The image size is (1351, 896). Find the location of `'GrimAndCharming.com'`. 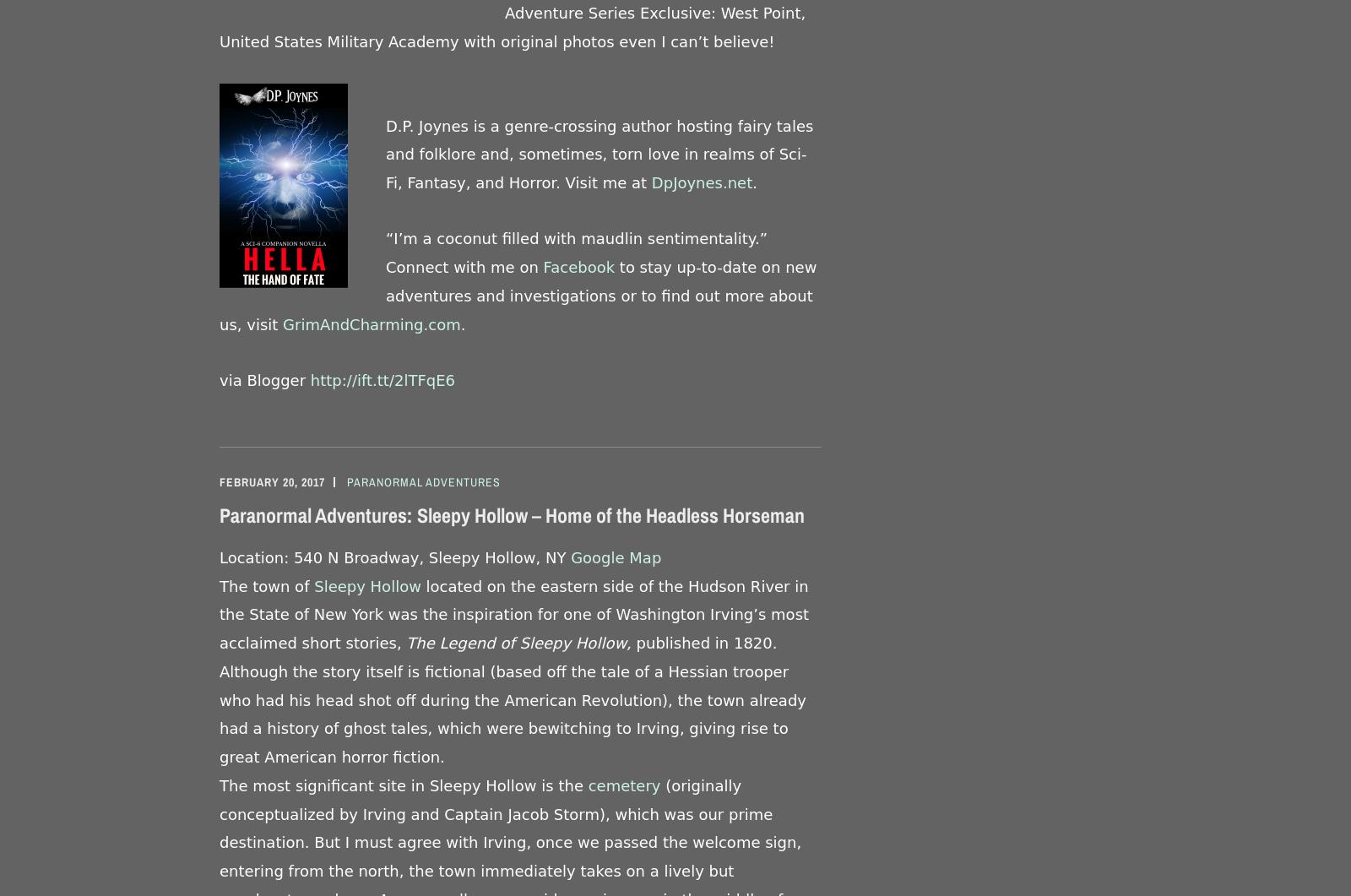

'GrimAndCharming.com' is located at coordinates (371, 323).